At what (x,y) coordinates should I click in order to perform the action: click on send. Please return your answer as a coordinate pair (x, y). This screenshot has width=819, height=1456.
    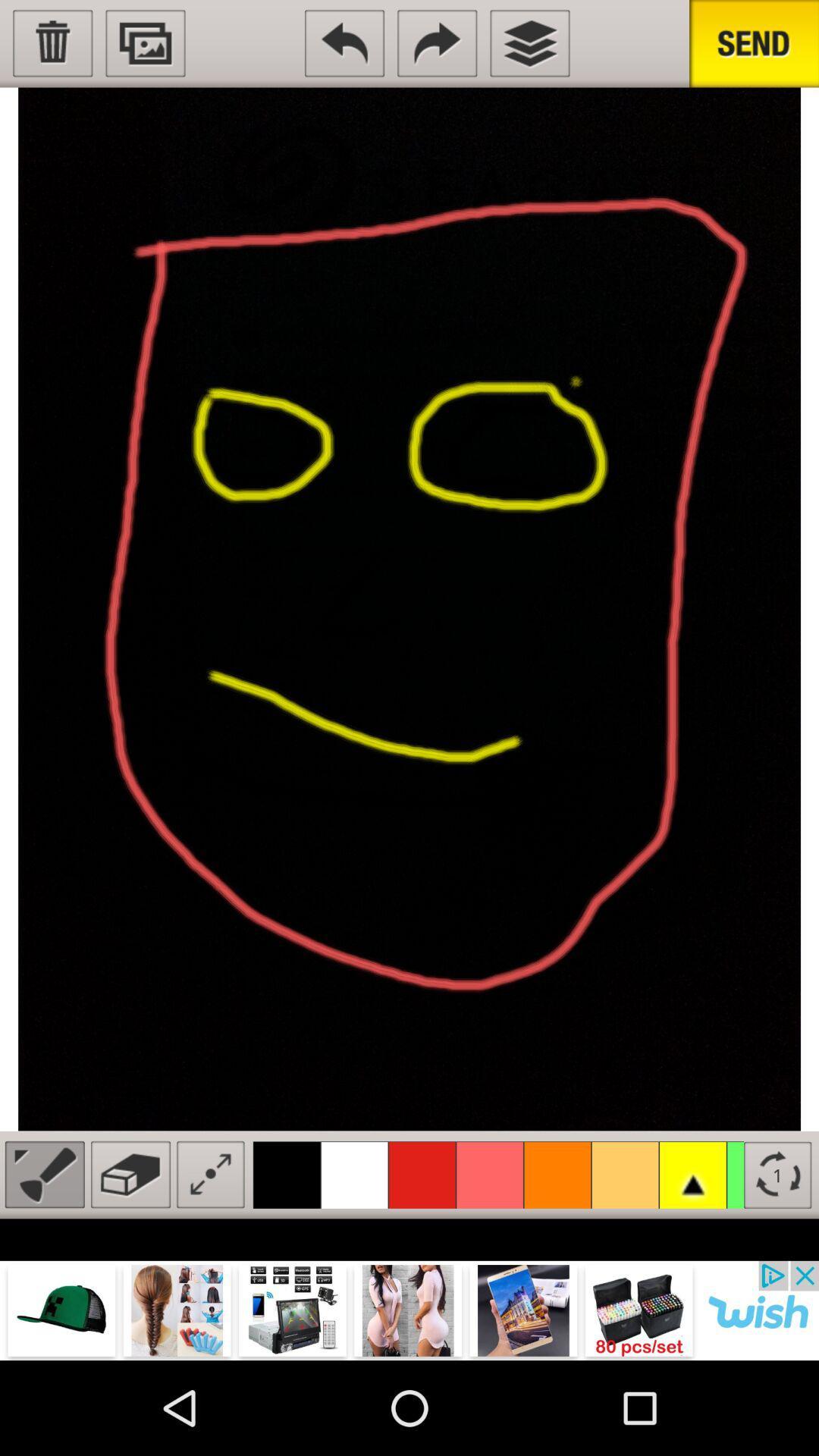
    Looking at the image, I should click on (754, 43).